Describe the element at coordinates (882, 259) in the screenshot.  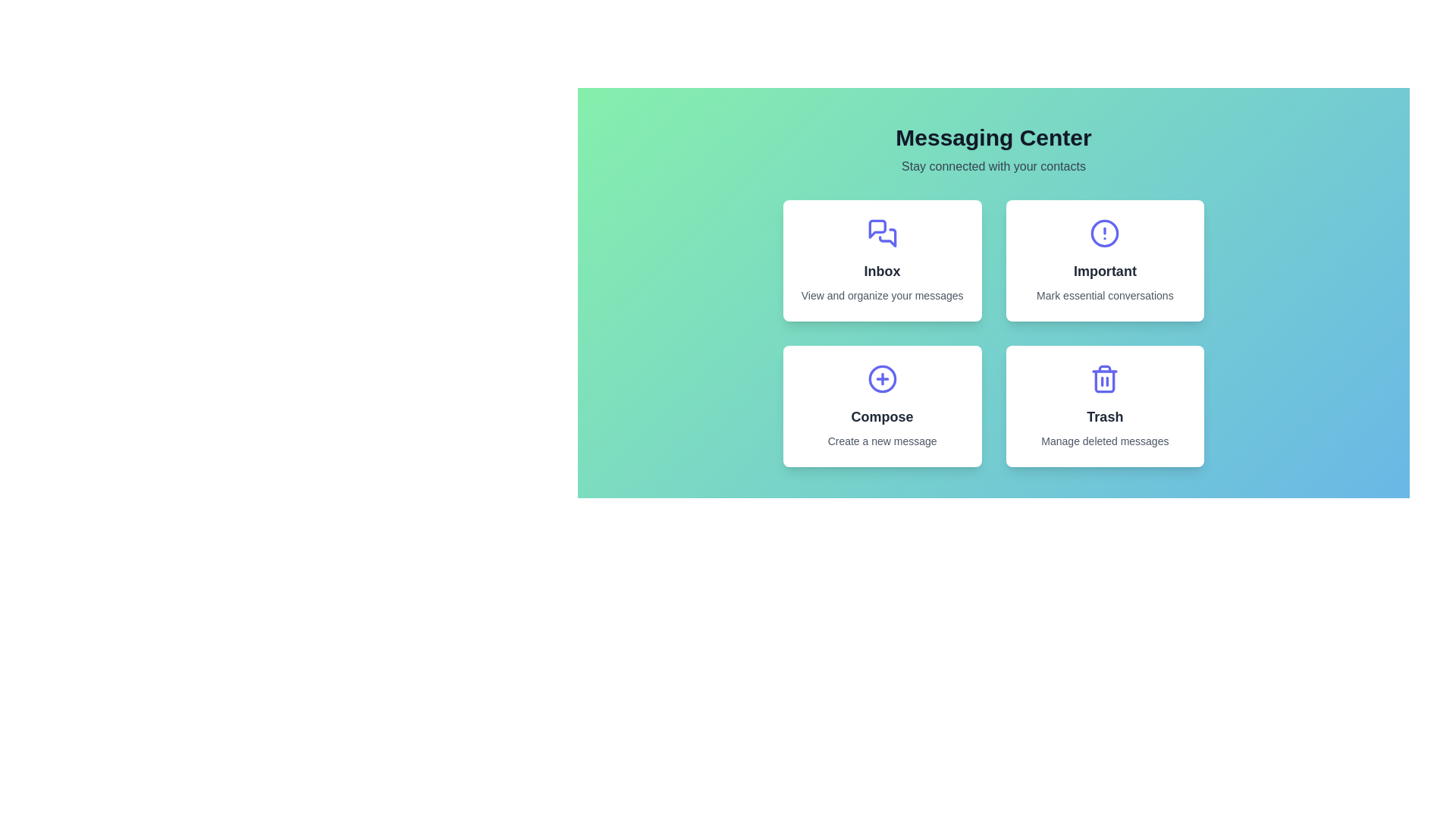
I see `the 'Inbox' button located` at that location.